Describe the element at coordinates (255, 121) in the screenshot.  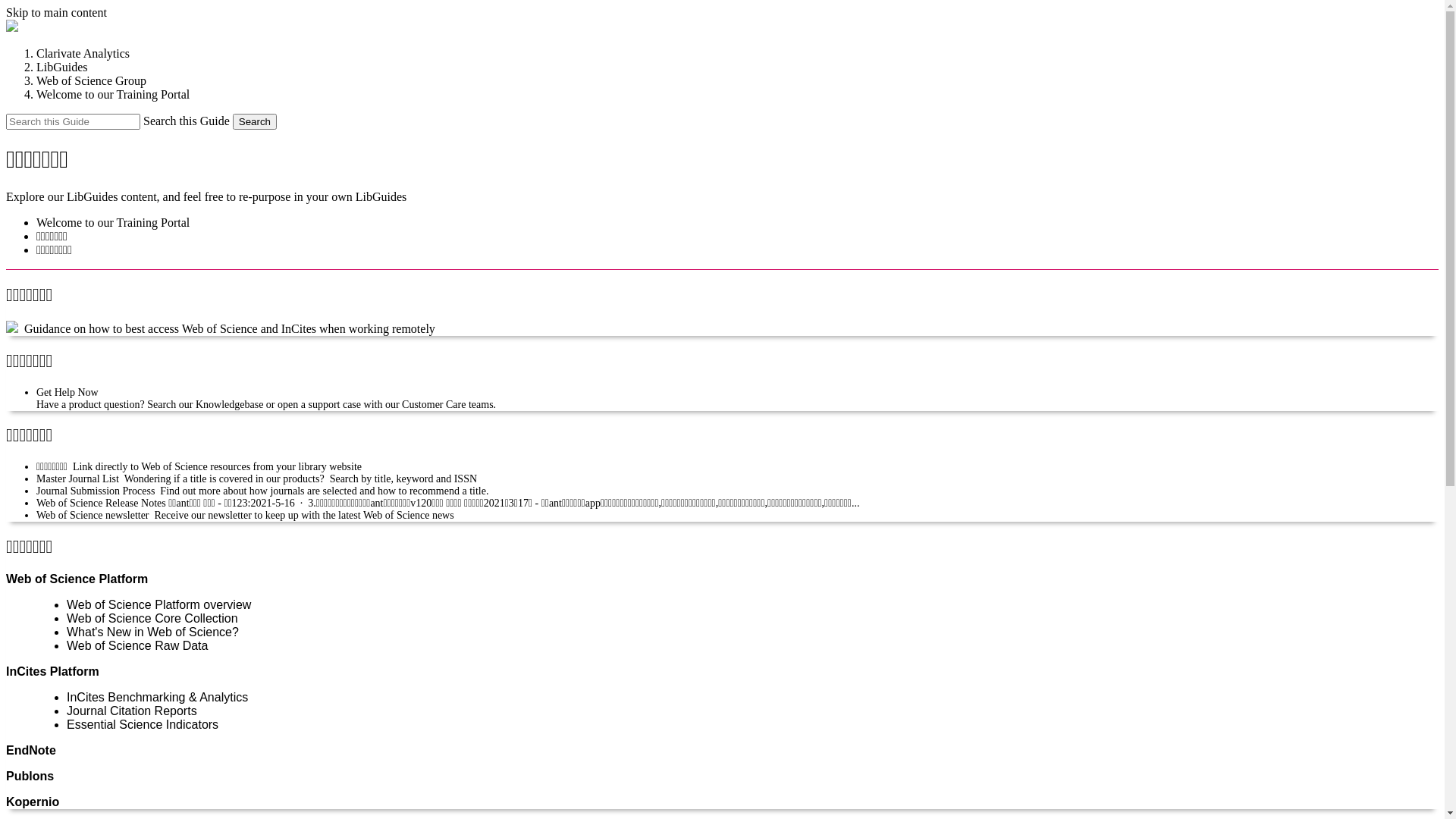
I see `'Search'` at that location.